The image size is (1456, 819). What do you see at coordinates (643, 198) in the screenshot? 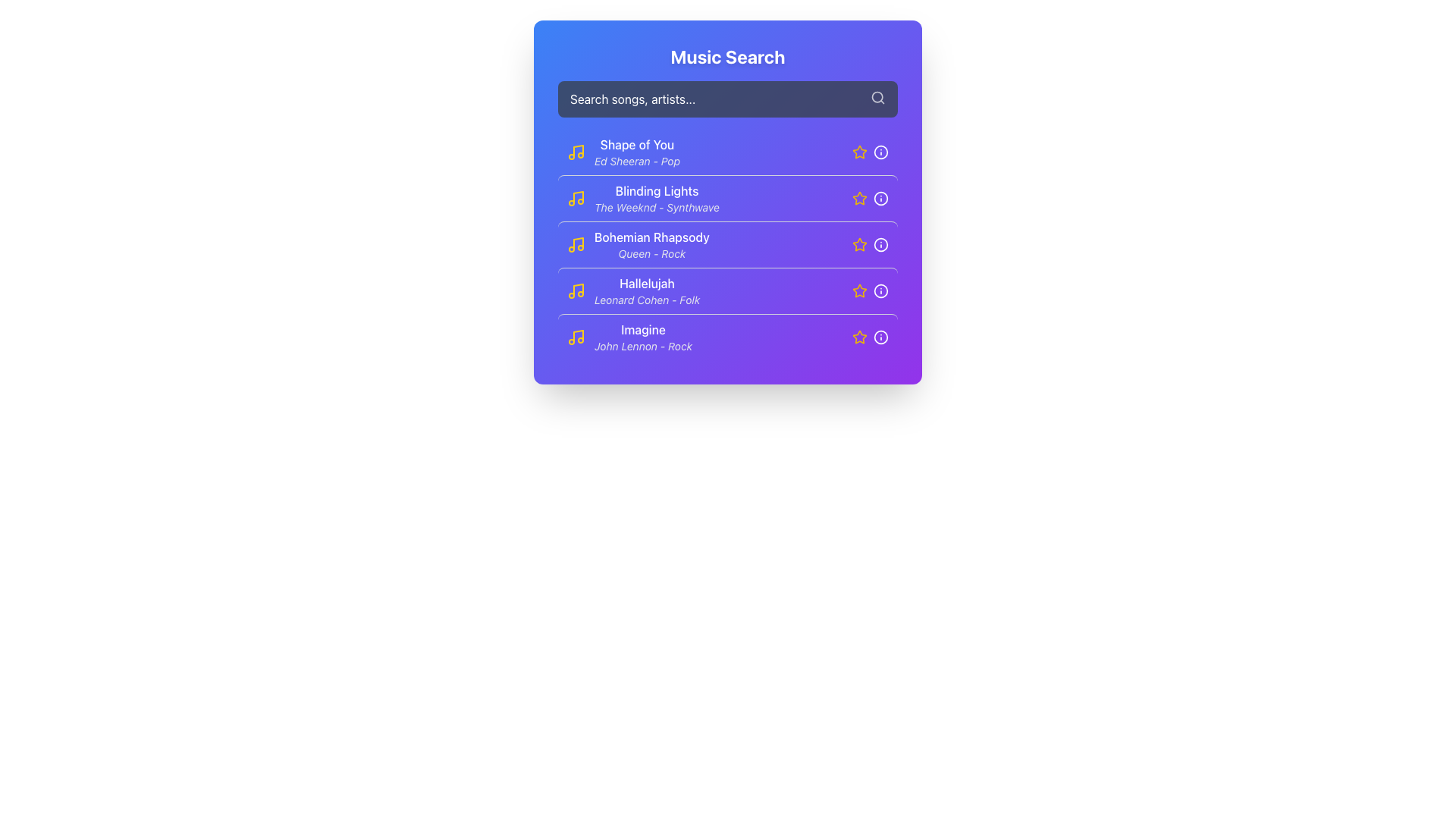
I see `the second music track item in the list, which displays the title and artist genre` at bounding box center [643, 198].